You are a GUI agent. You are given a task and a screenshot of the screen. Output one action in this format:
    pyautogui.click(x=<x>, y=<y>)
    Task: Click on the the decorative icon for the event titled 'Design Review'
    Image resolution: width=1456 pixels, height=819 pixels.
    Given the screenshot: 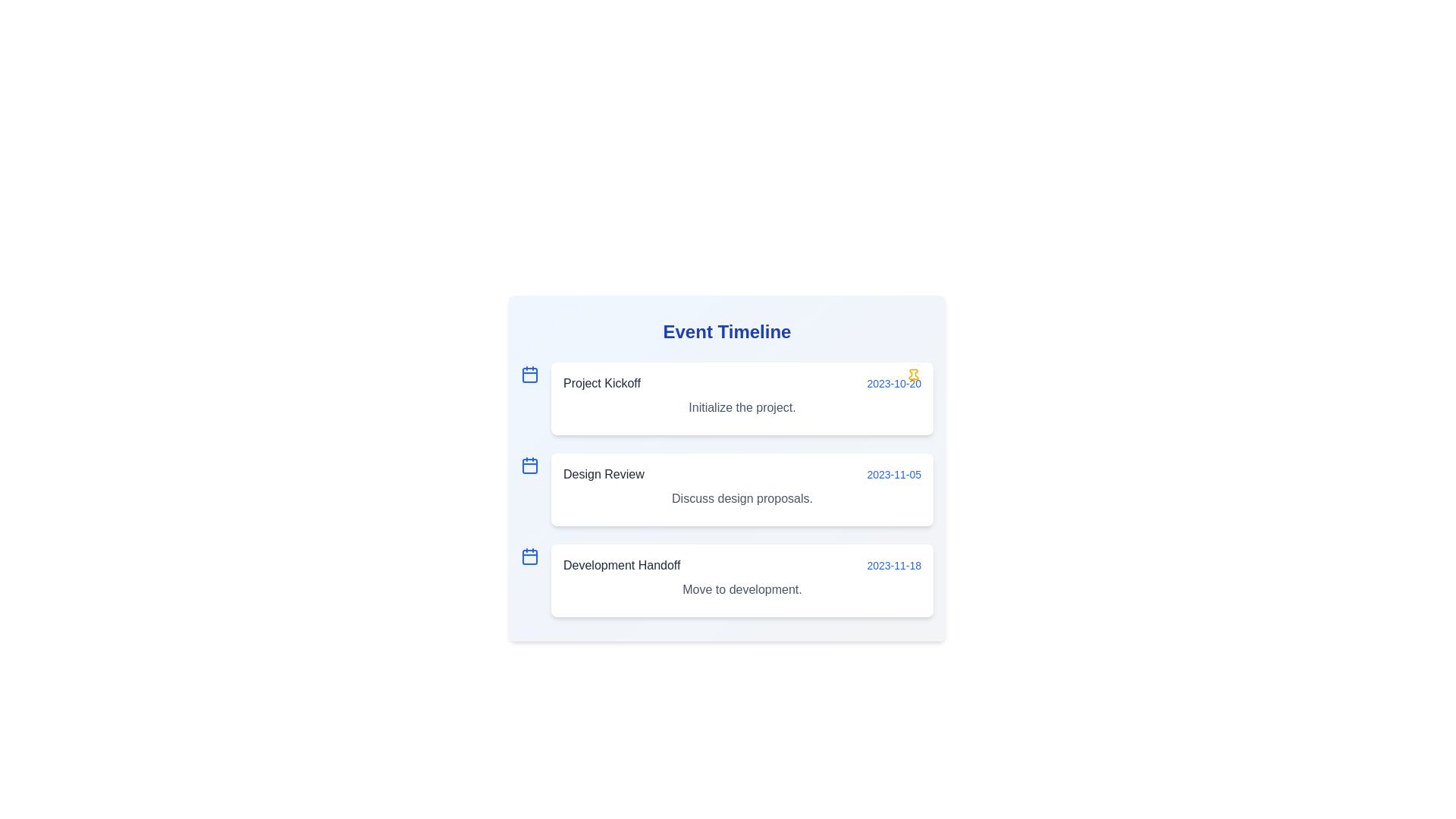 What is the action you would take?
    pyautogui.click(x=530, y=464)
    